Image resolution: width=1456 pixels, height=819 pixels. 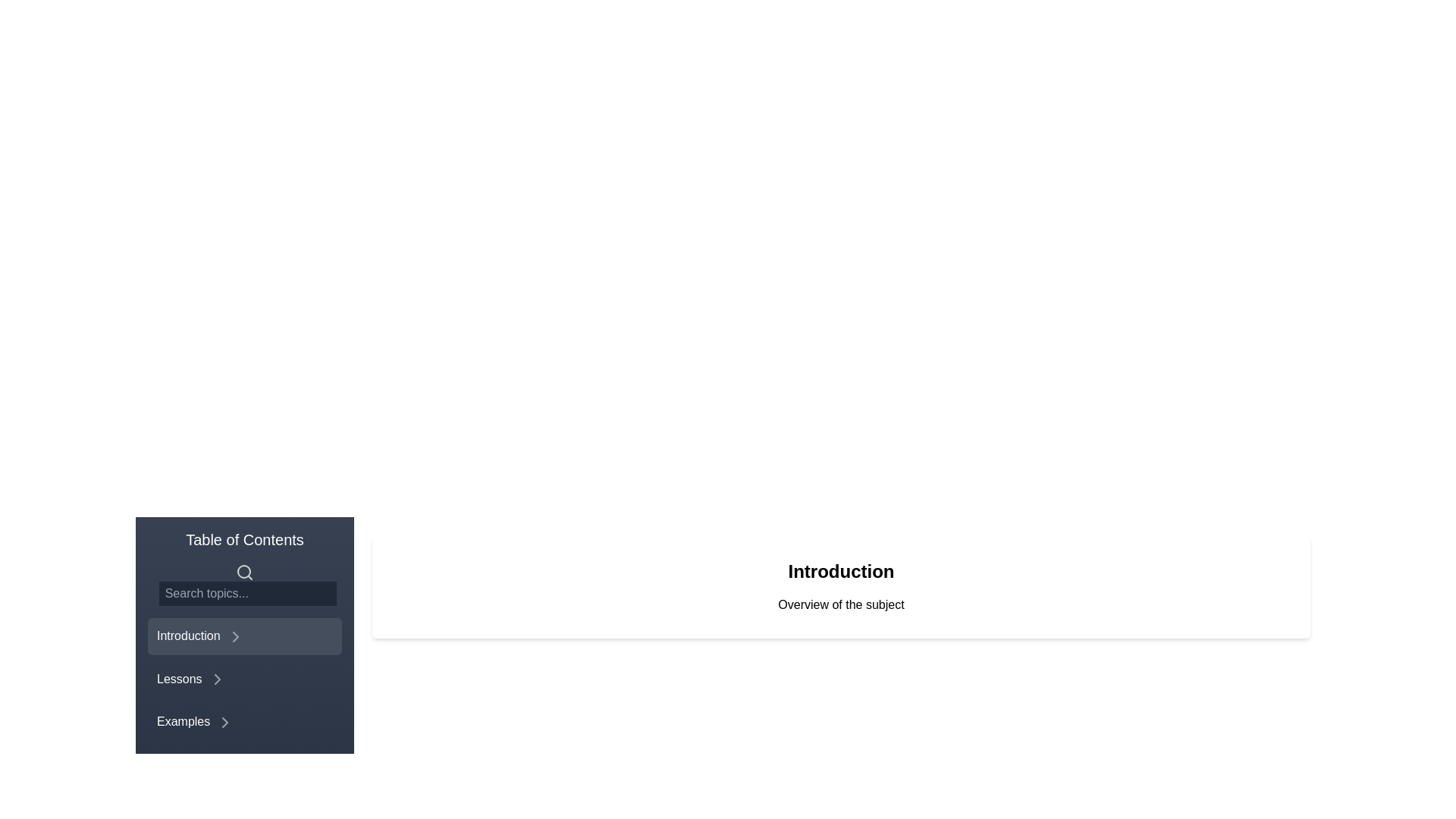 I want to click on the 'Examples' button, which is the third button in the vertical list located below the 'Lessons' button and above the 'FAQs' button, so click(x=244, y=721).